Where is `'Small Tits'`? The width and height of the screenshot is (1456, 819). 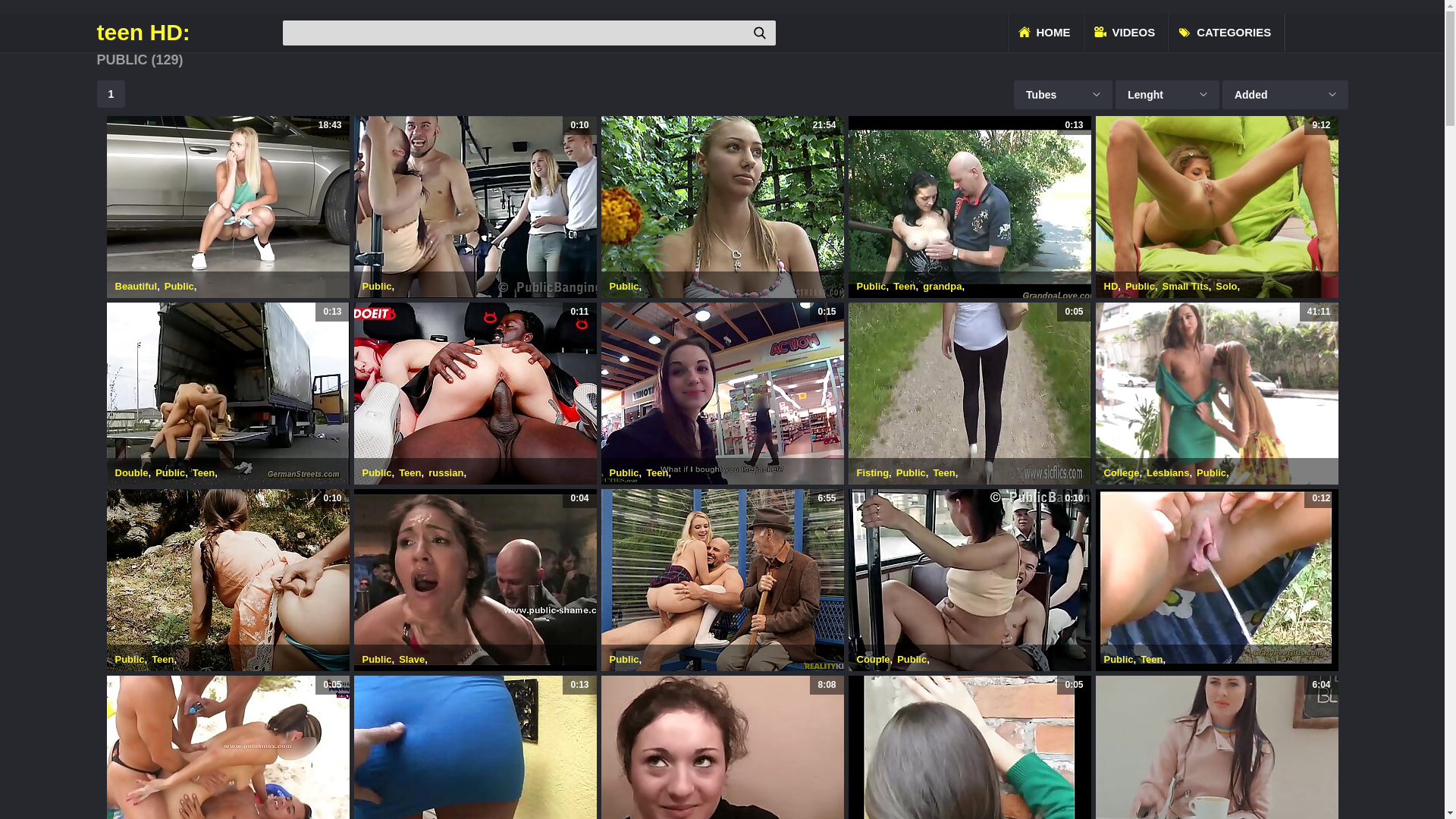 'Small Tits' is located at coordinates (1185, 286).